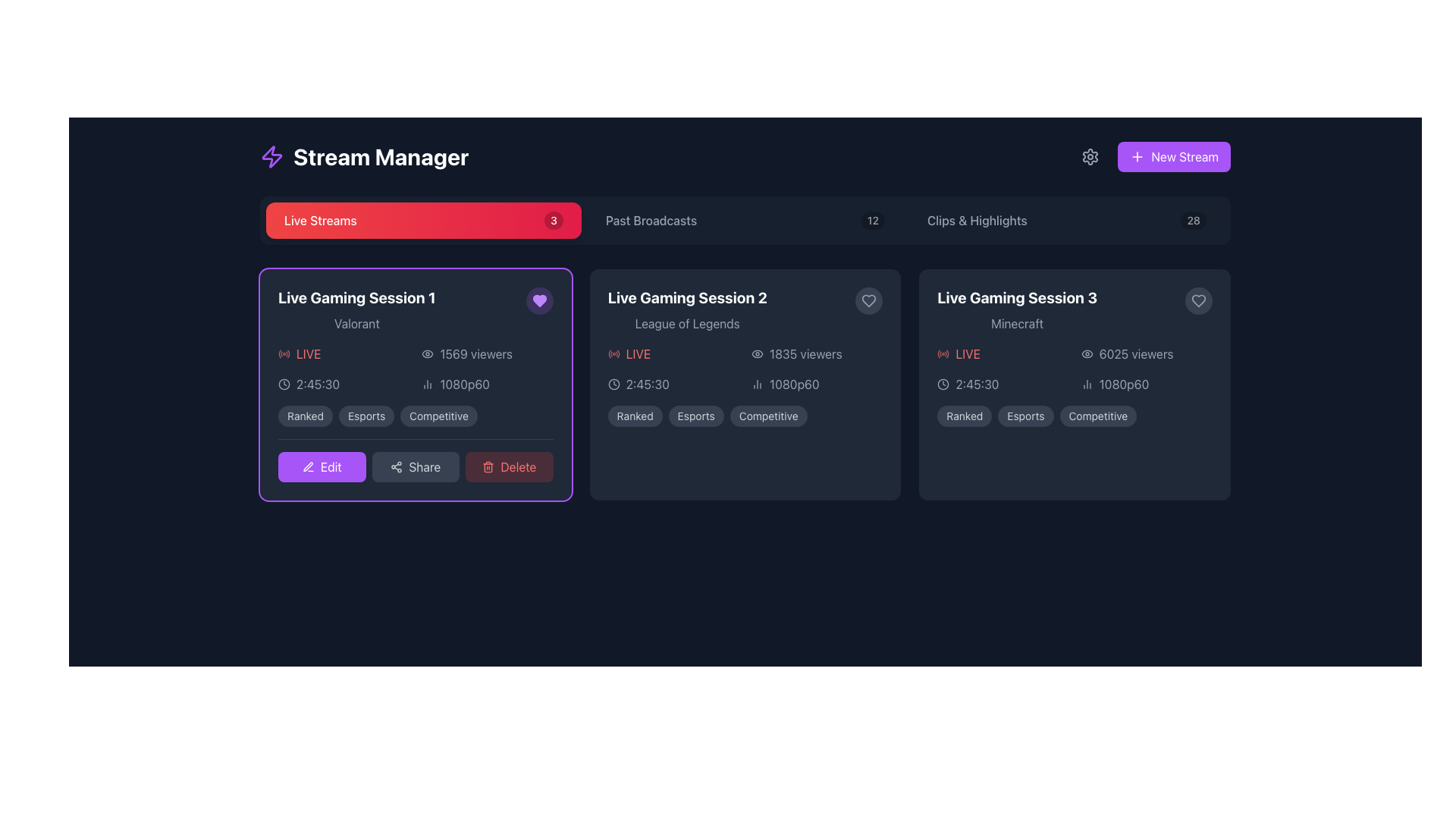 This screenshot has height=819, width=1456. I want to click on the text label indicating the title of the game being streamed in the 'Live Gaming Session 2' card, so click(686, 323).